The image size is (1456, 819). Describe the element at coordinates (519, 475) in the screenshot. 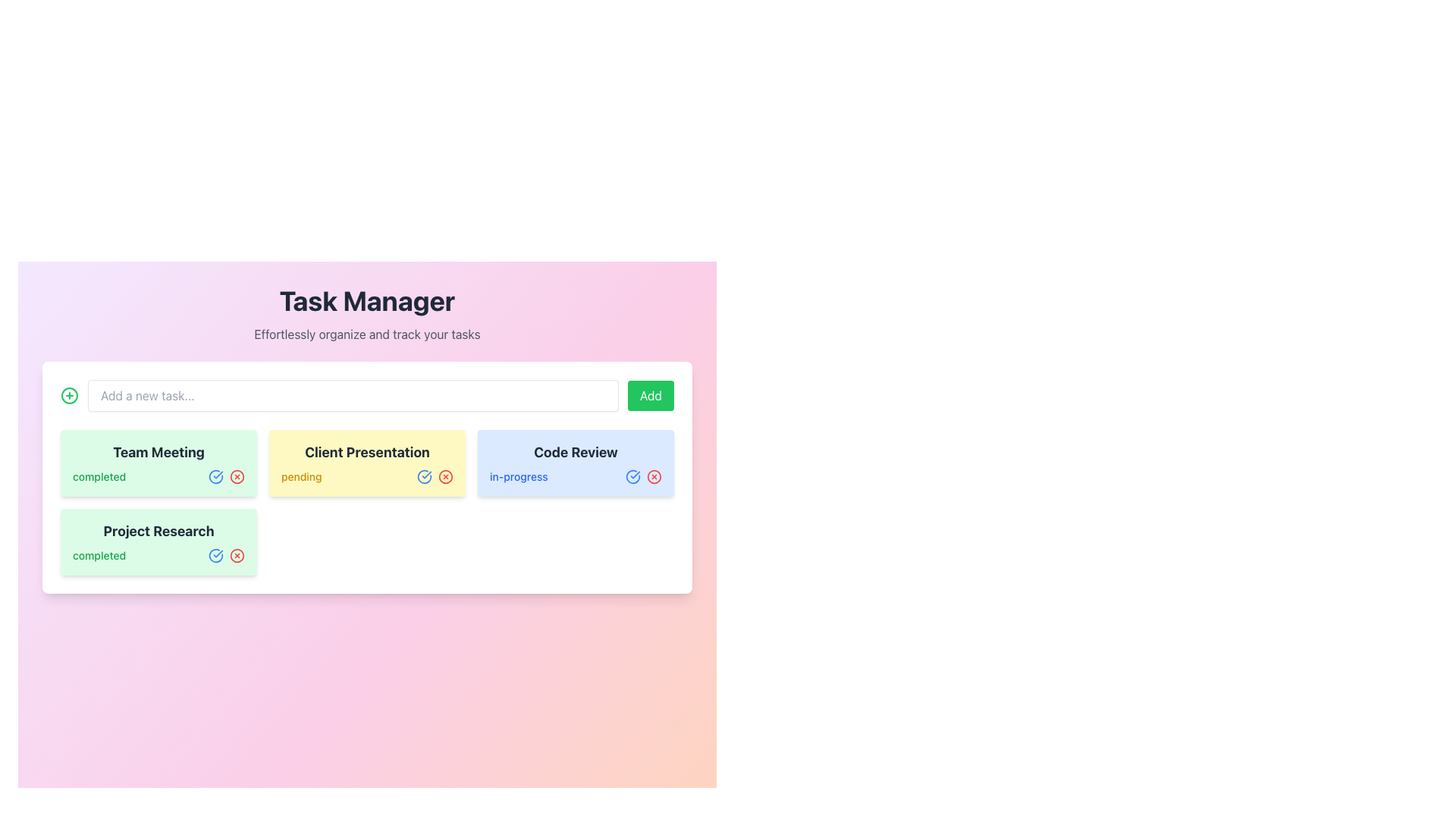

I see `the text label displaying 'in-progress' in blue font, which is positioned within the 'Code Review' card on the right side of the card, to the left of the checkmark and cross icons` at that location.